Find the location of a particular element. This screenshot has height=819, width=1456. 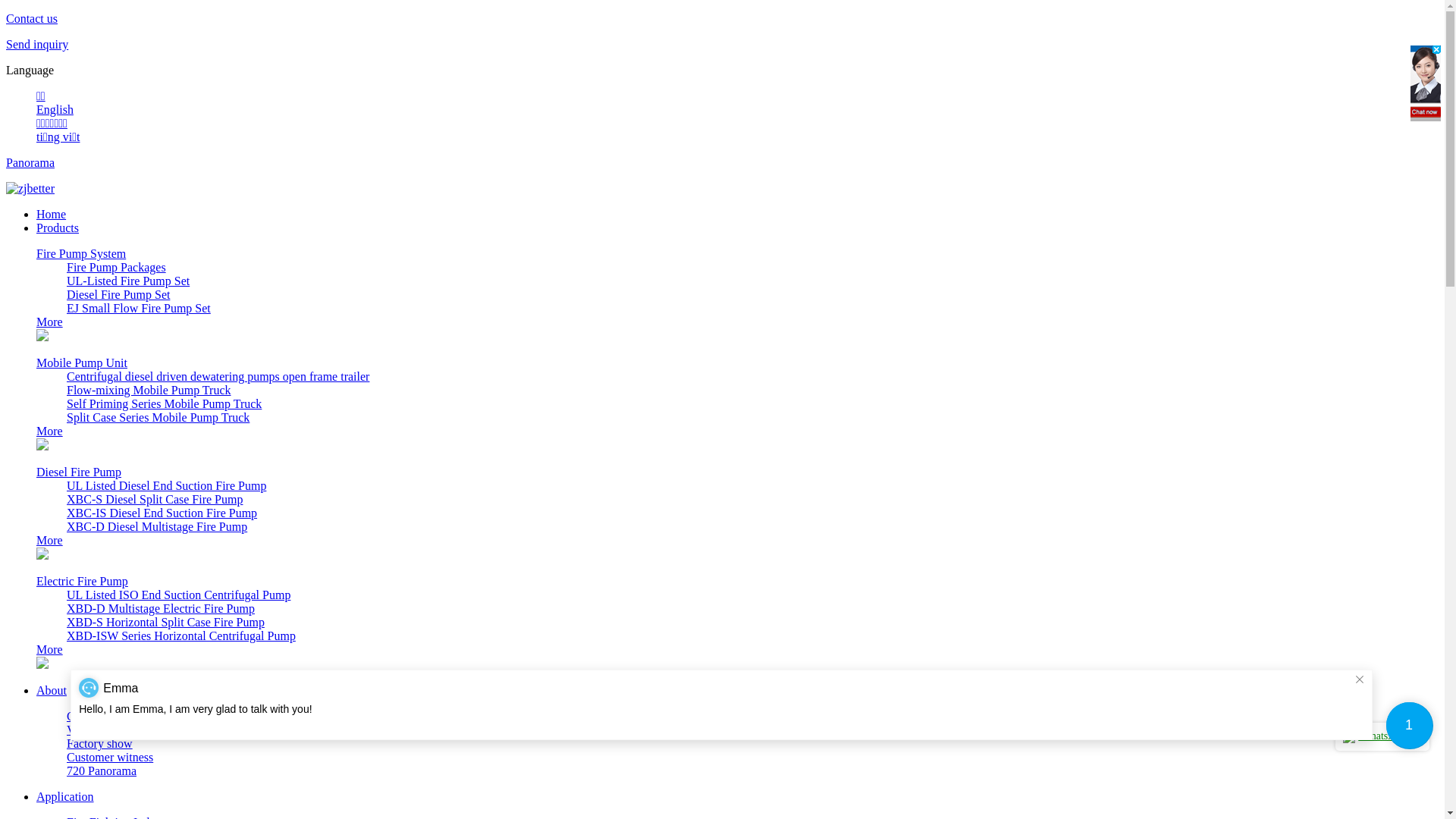

'UL-Listed Fire Pump Set' is located at coordinates (127, 281).